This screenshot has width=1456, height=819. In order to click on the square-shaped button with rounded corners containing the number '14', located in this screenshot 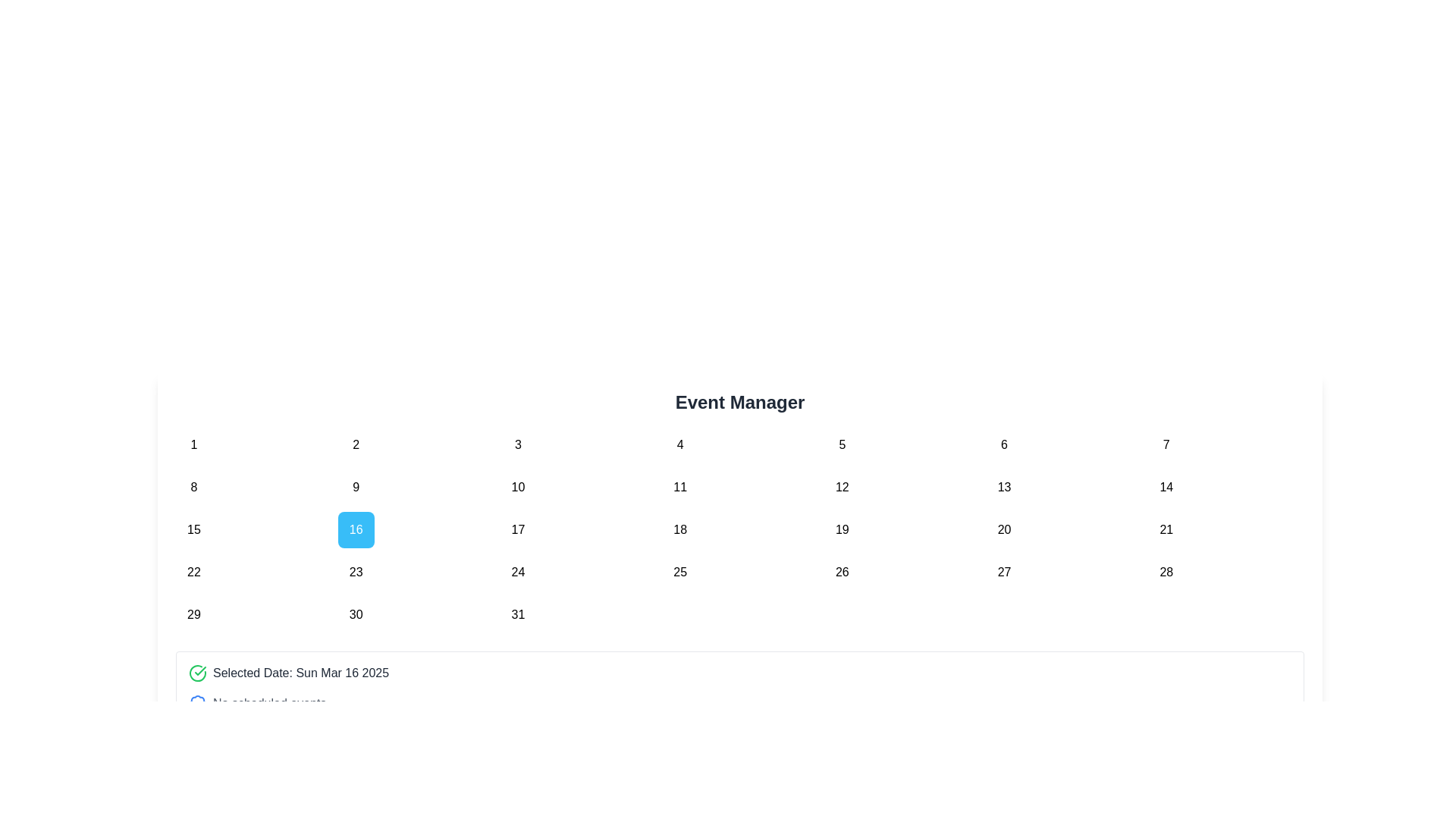, I will do `click(1166, 488)`.